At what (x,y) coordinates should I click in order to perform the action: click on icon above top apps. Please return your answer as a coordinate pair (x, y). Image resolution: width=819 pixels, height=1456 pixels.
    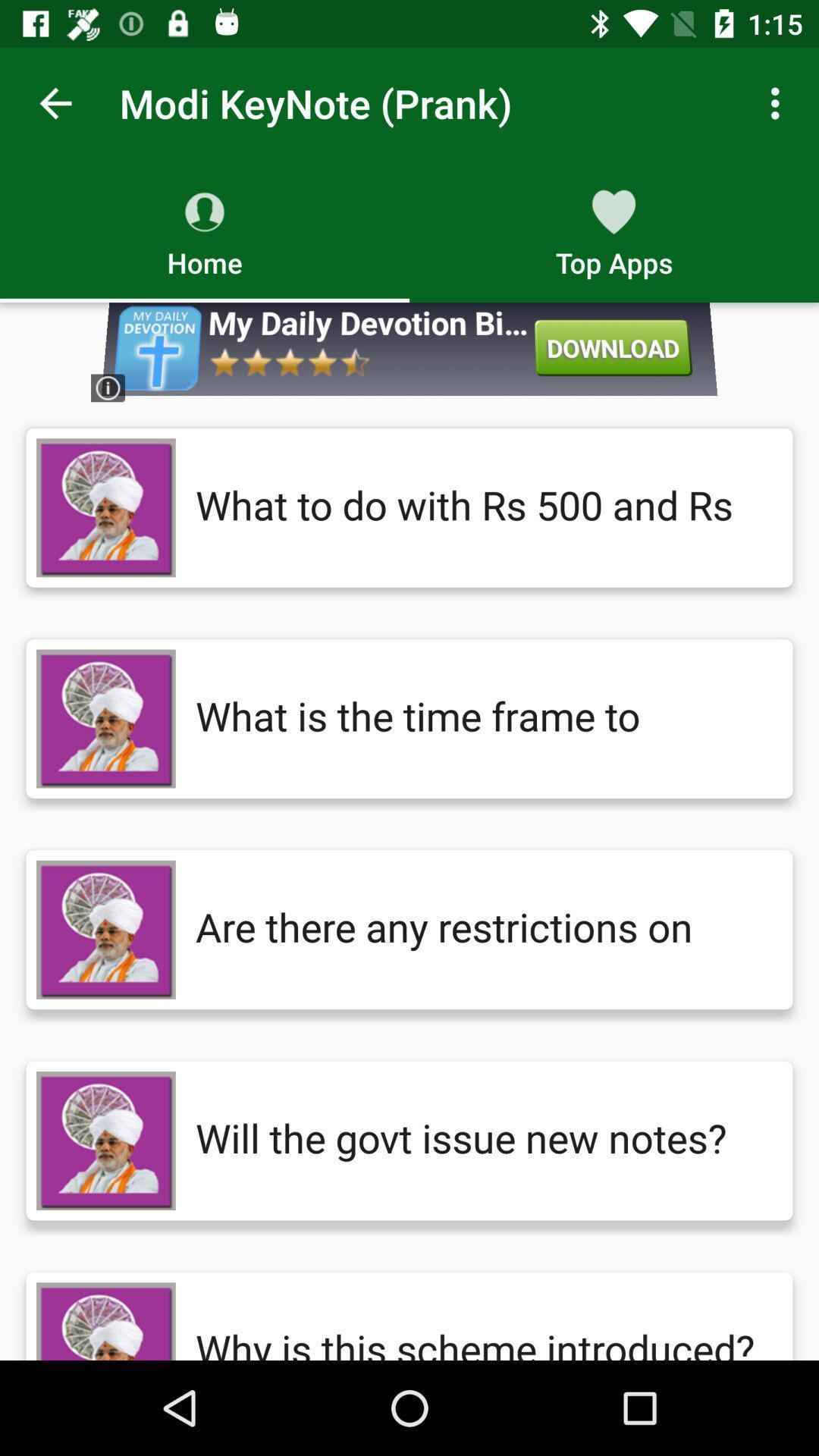
    Looking at the image, I should click on (779, 102).